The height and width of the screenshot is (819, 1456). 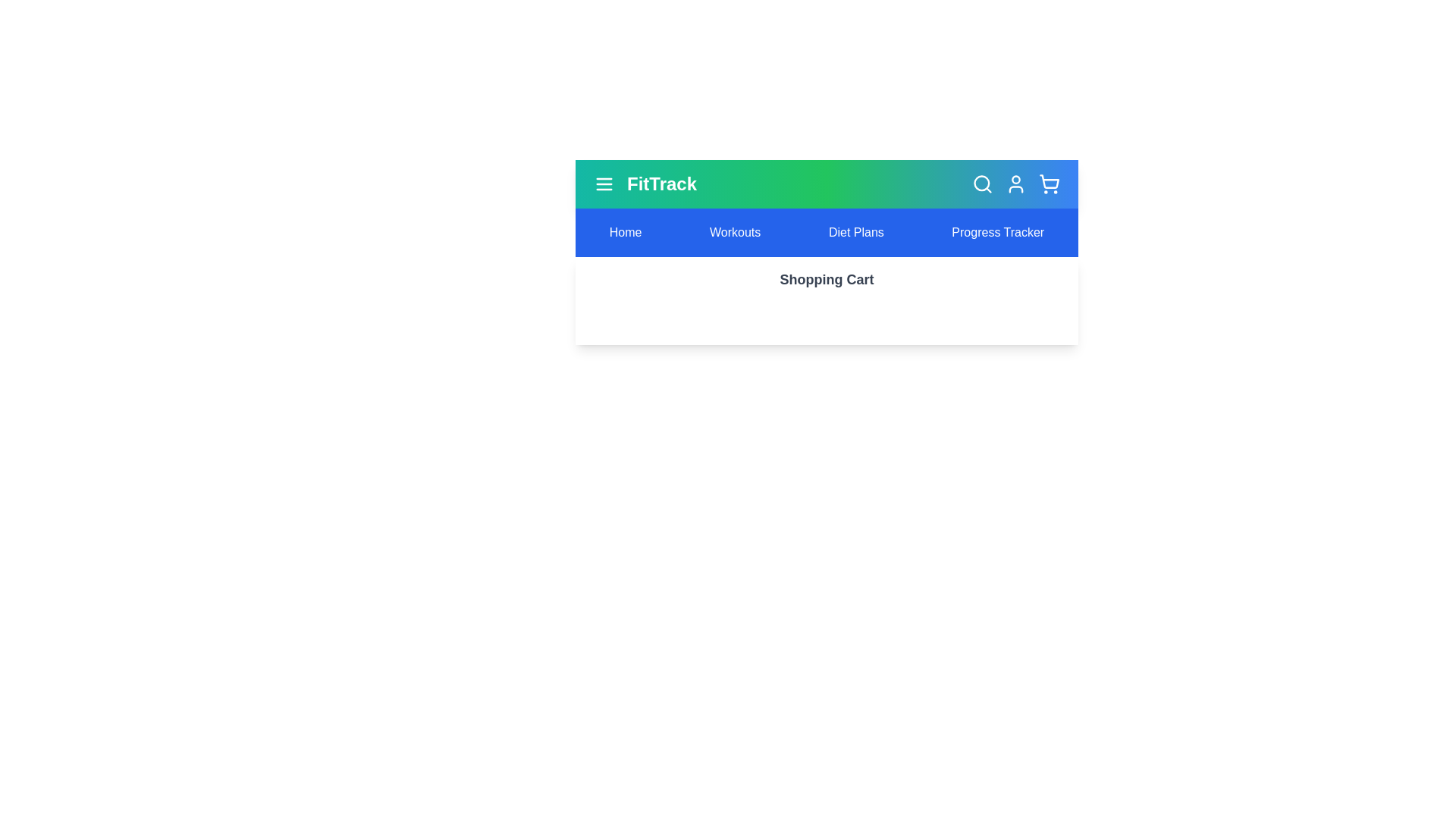 I want to click on the user icon to trigger its visual feedback, so click(x=1015, y=184).